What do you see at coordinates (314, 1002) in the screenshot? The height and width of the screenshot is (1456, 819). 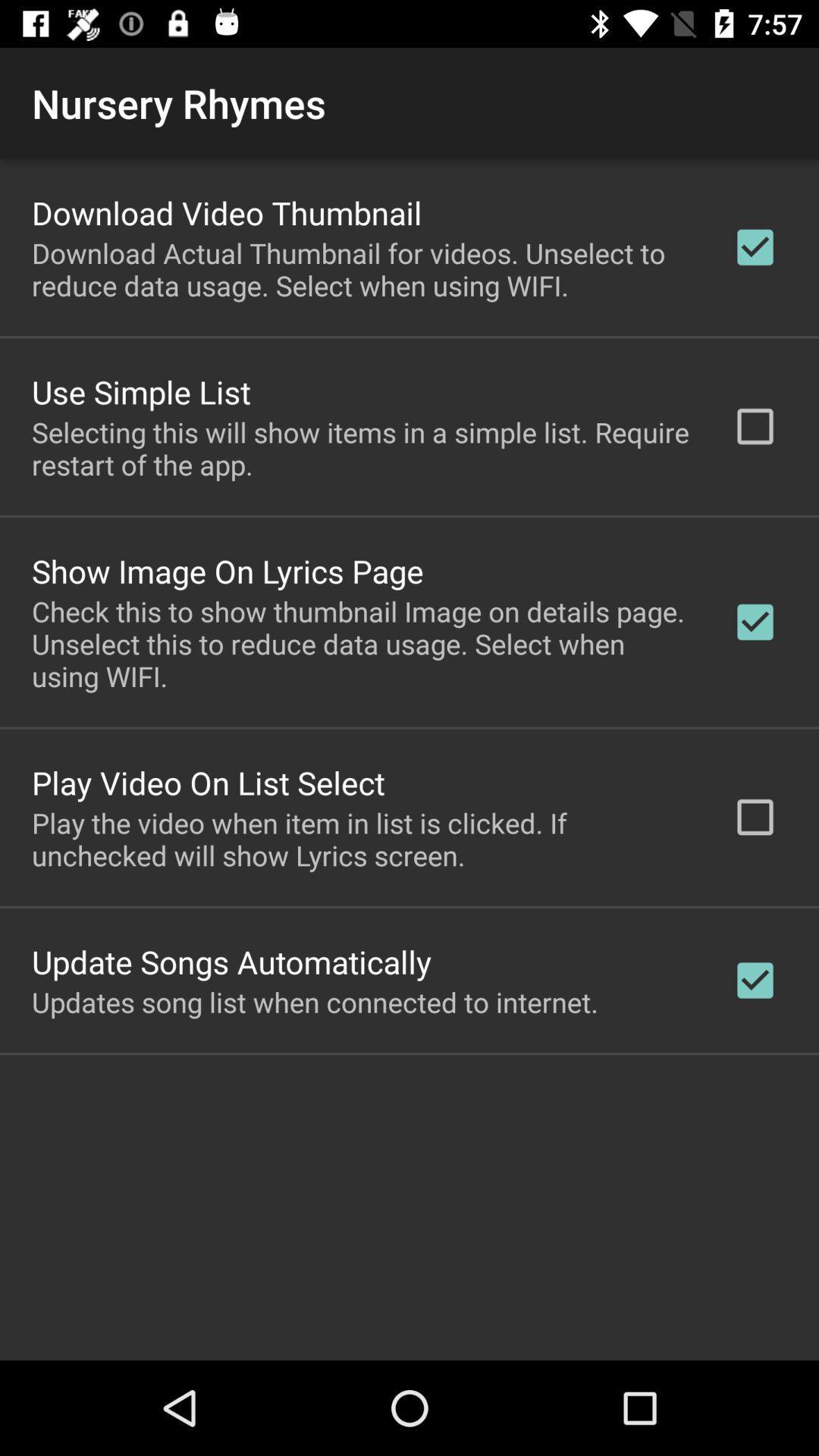 I see `updates song list icon` at bounding box center [314, 1002].